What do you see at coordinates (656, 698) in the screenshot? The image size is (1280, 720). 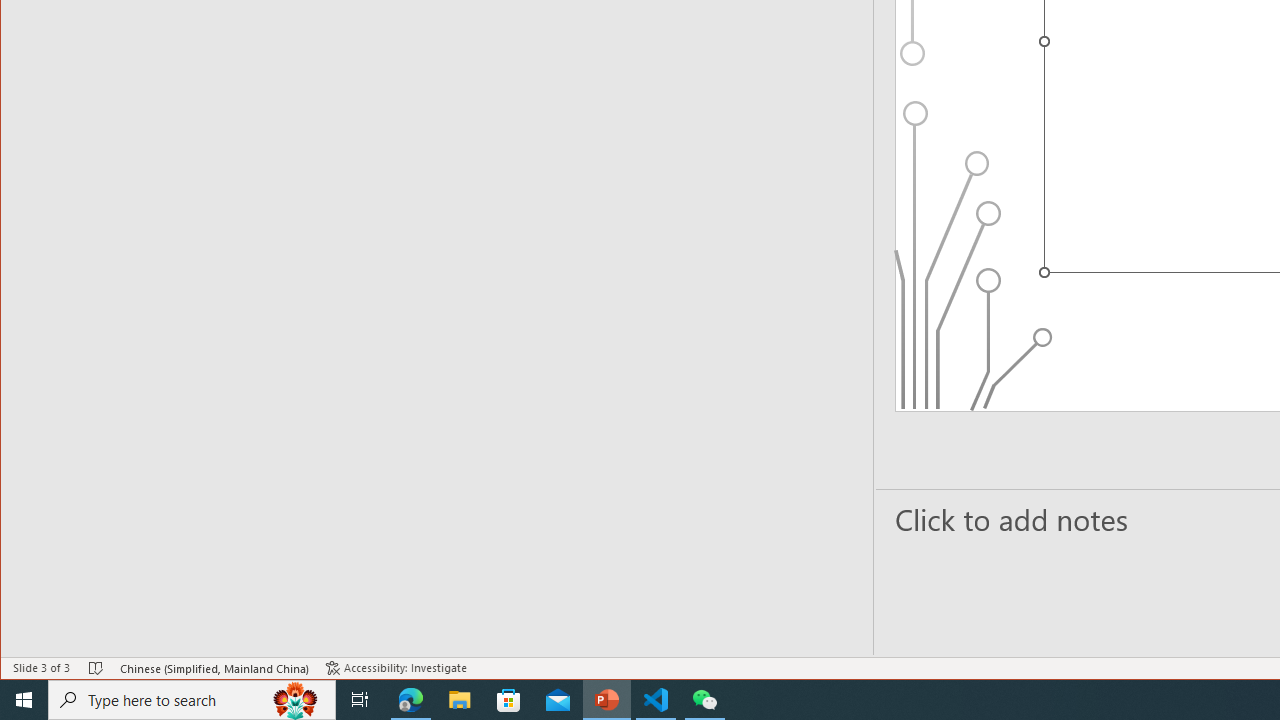 I see `'Visual Studio Code - 1 running window'` at bounding box center [656, 698].